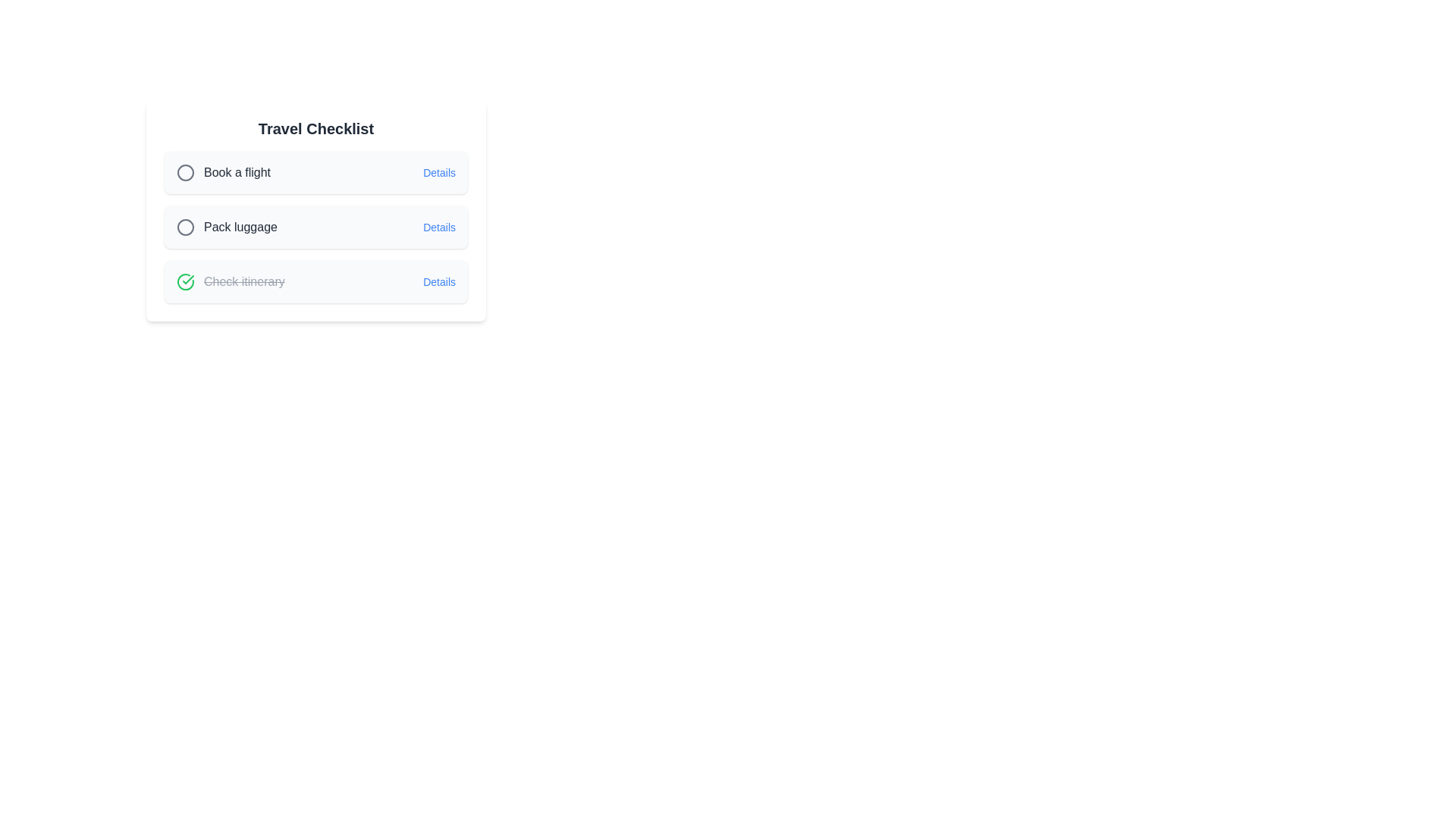  What do you see at coordinates (184, 227) in the screenshot?
I see `the circular gray icon located to the left of the text 'Pack luggage' in the second row of the checklist` at bounding box center [184, 227].